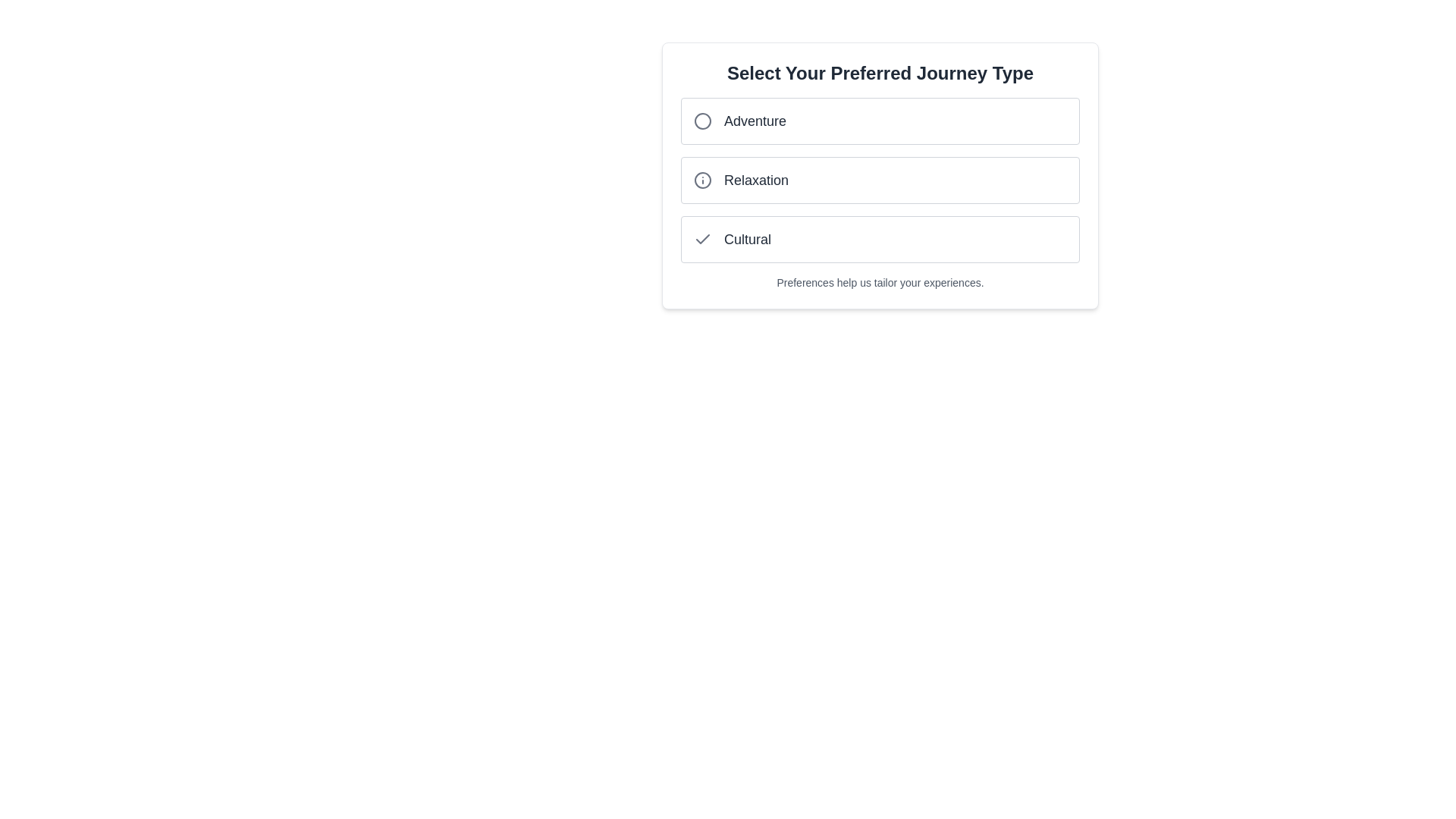  What do you see at coordinates (880, 120) in the screenshot?
I see `the first selectable option labeled 'Adventure' in the list of options` at bounding box center [880, 120].